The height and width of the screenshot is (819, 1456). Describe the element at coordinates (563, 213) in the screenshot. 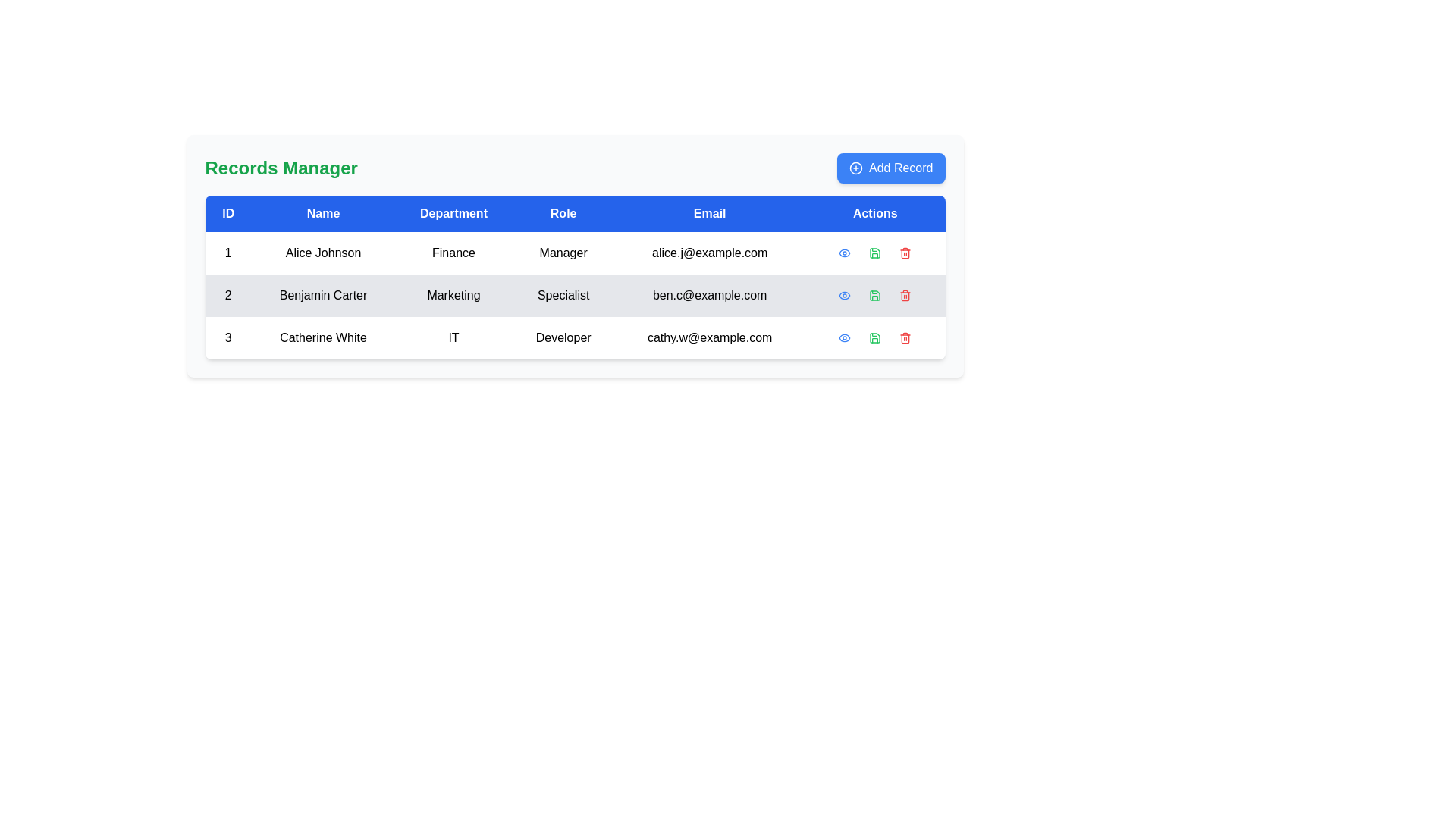

I see `label text of the 'Role' header in the table, which is the fourth column from the left` at that location.